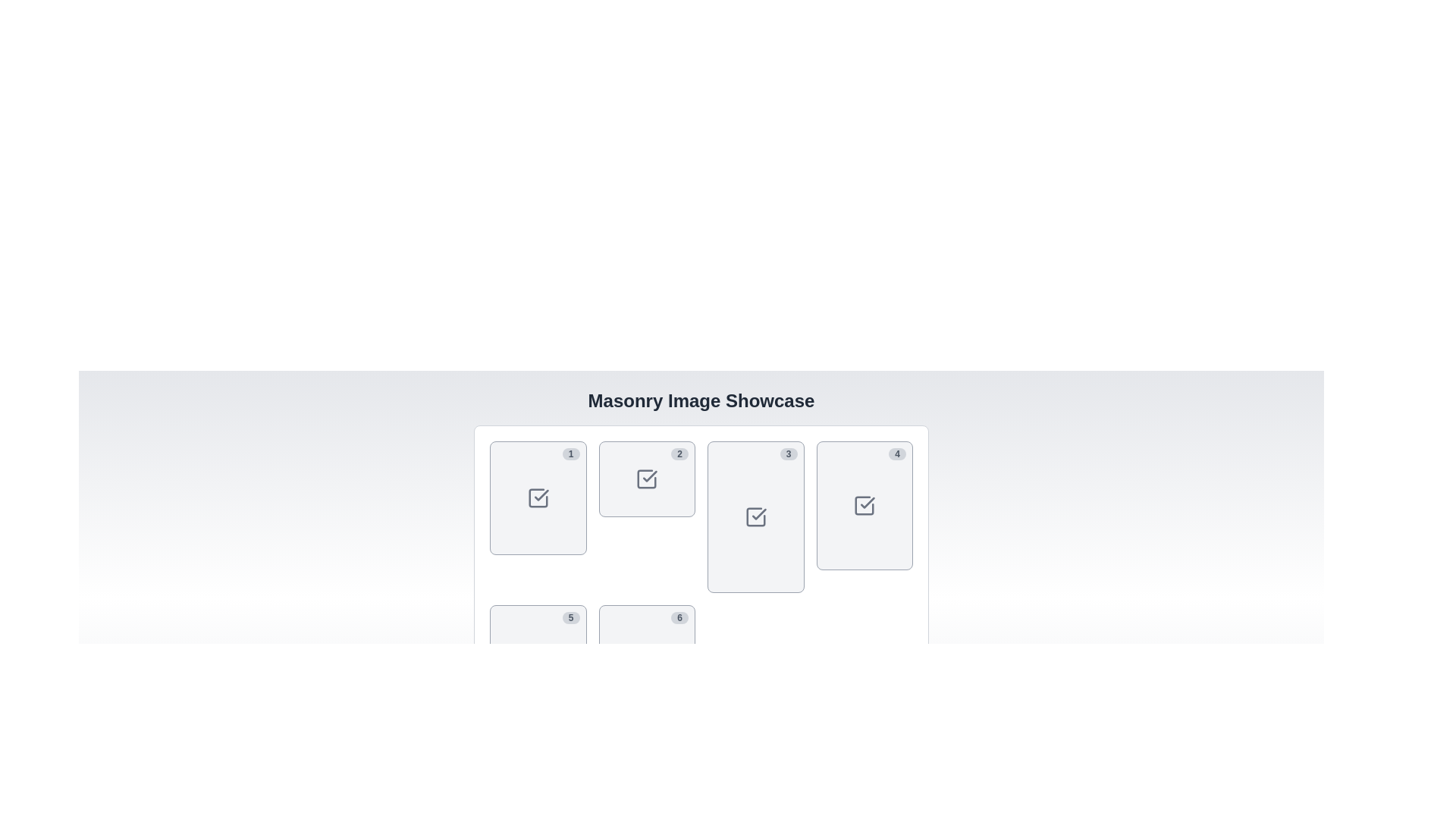 The height and width of the screenshot is (819, 1456). I want to click on the third checkbox in the grid layout, so click(755, 516).